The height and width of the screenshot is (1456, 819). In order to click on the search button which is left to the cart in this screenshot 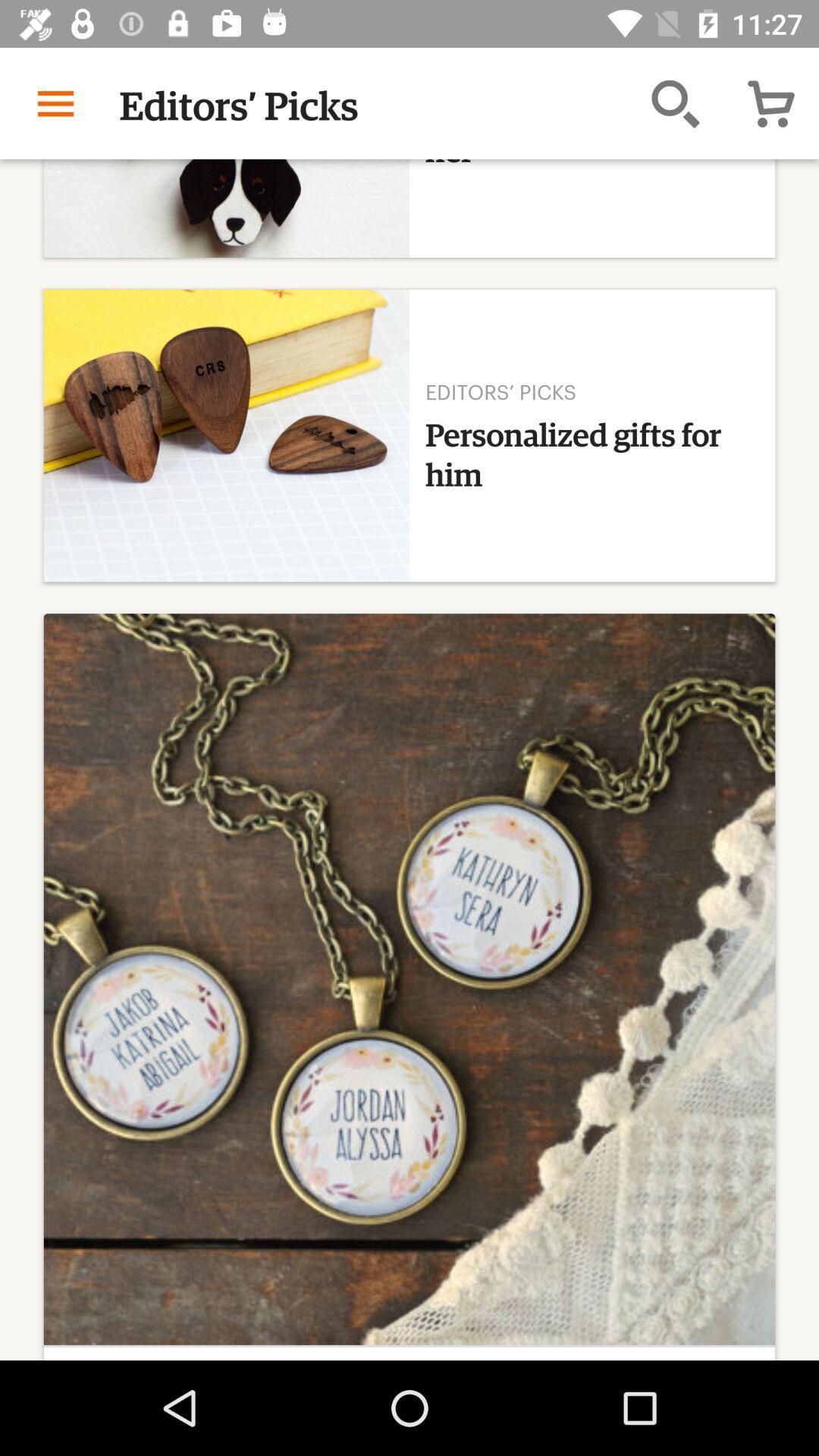, I will do `click(675, 103)`.